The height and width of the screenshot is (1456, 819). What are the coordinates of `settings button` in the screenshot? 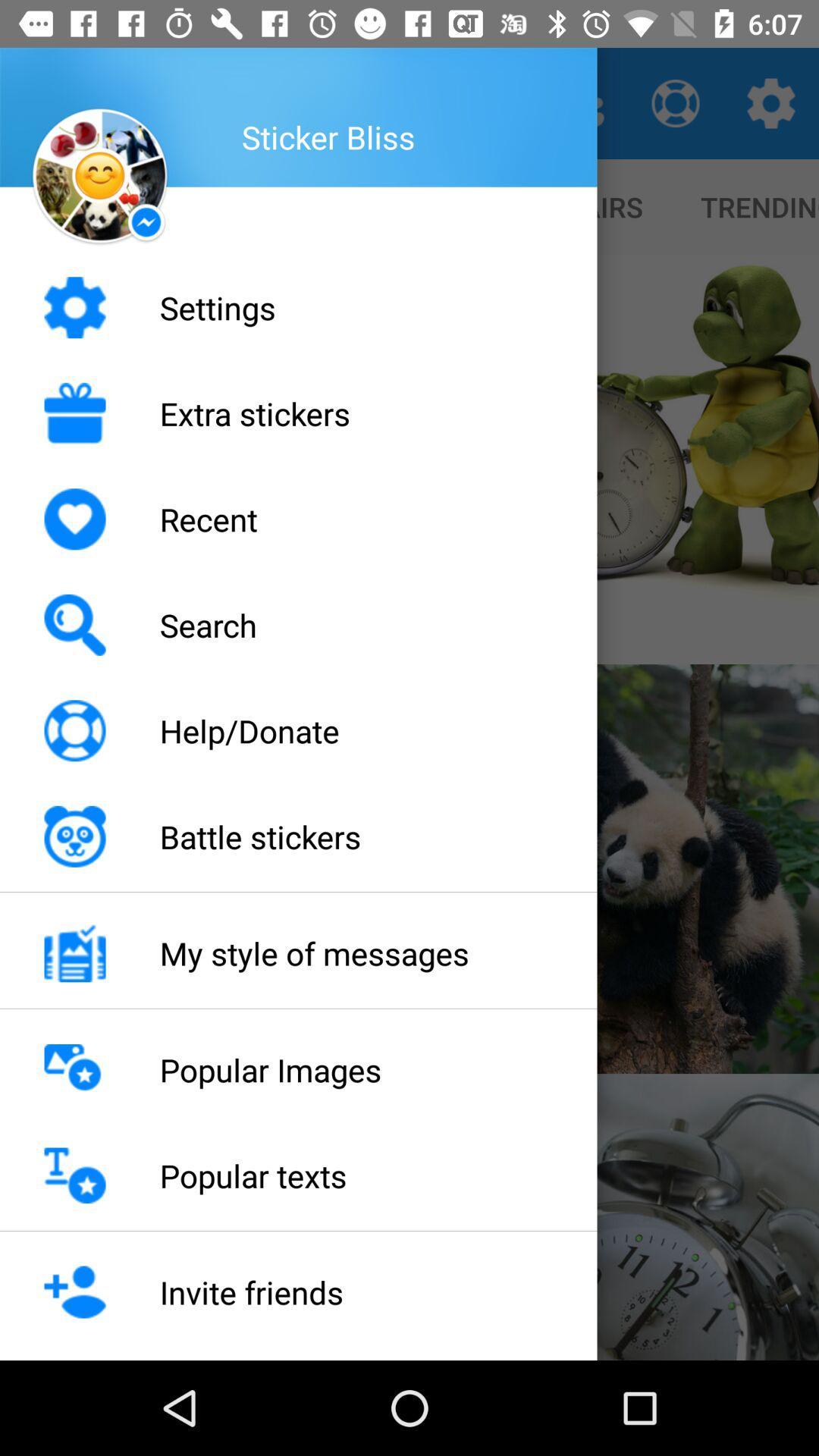 It's located at (771, 103).